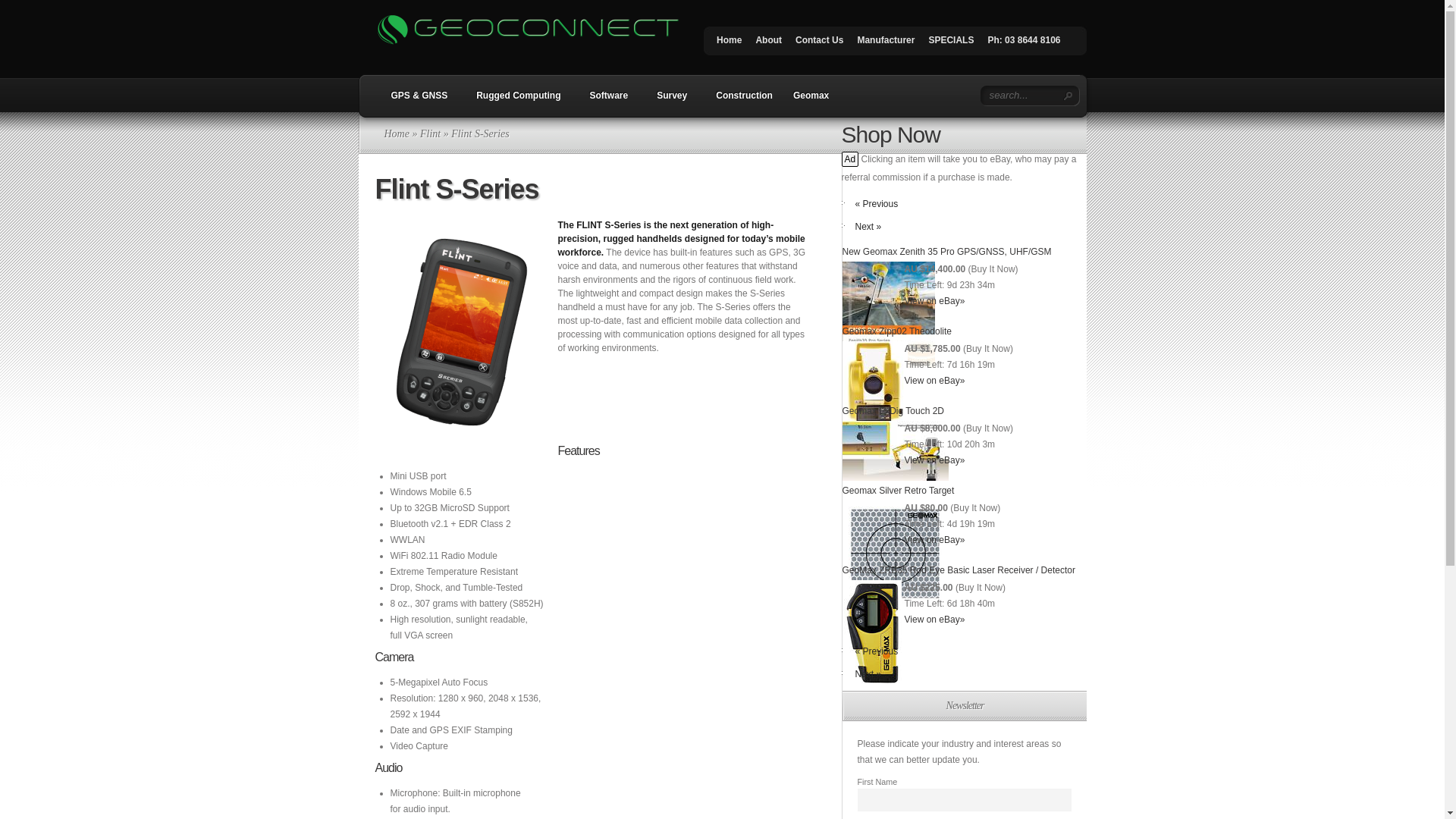 This screenshot has height=819, width=1456. I want to click on 'Manufacturer', so click(885, 42).